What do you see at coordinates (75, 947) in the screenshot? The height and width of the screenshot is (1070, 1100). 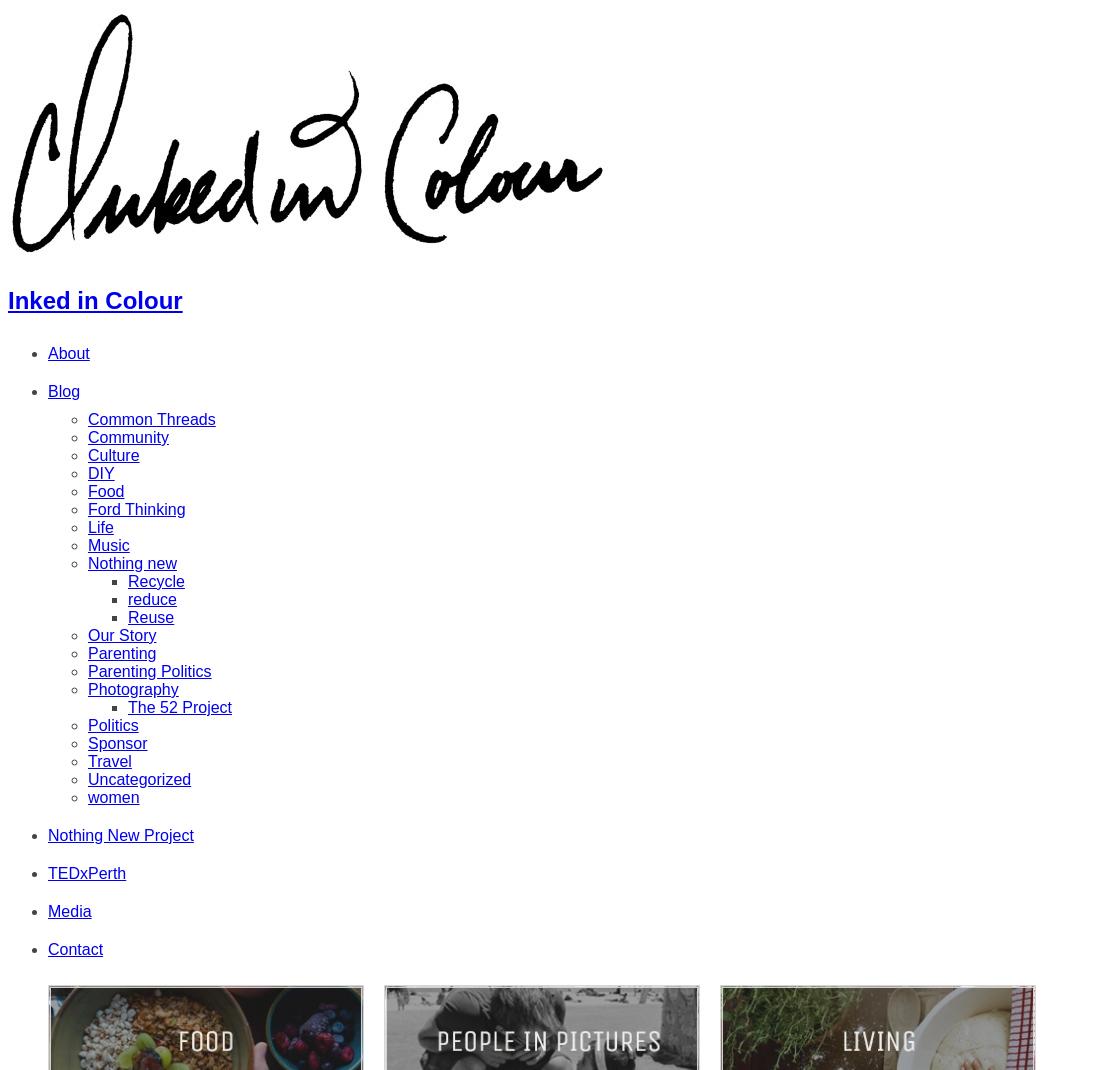 I see `'Contact'` at bounding box center [75, 947].